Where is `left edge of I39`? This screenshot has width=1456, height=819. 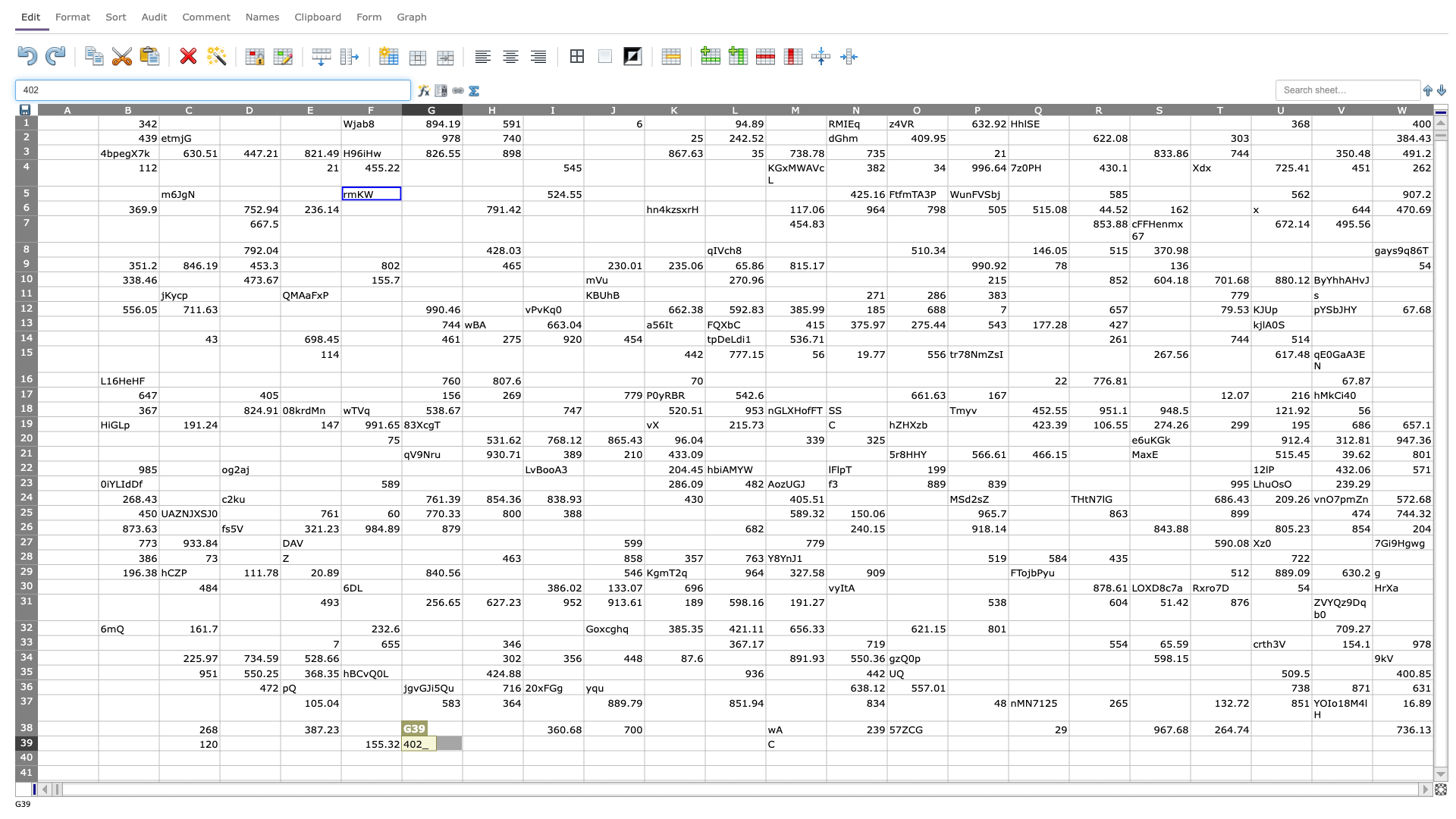
left edge of I39 is located at coordinates (523, 742).